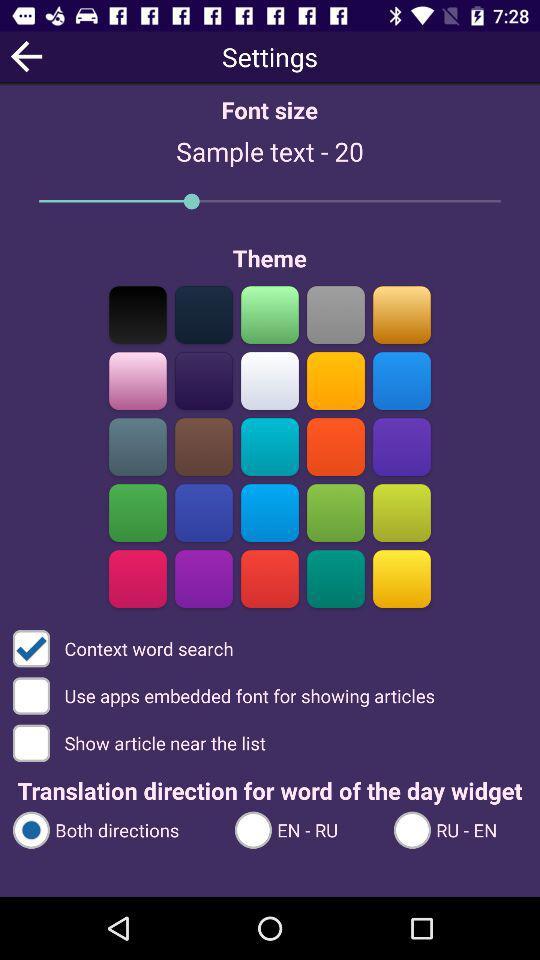 This screenshot has width=540, height=960. What do you see at coordinates (203, 380) in the screenshot?
I see `this colour option` at bounding box center [203, 380].